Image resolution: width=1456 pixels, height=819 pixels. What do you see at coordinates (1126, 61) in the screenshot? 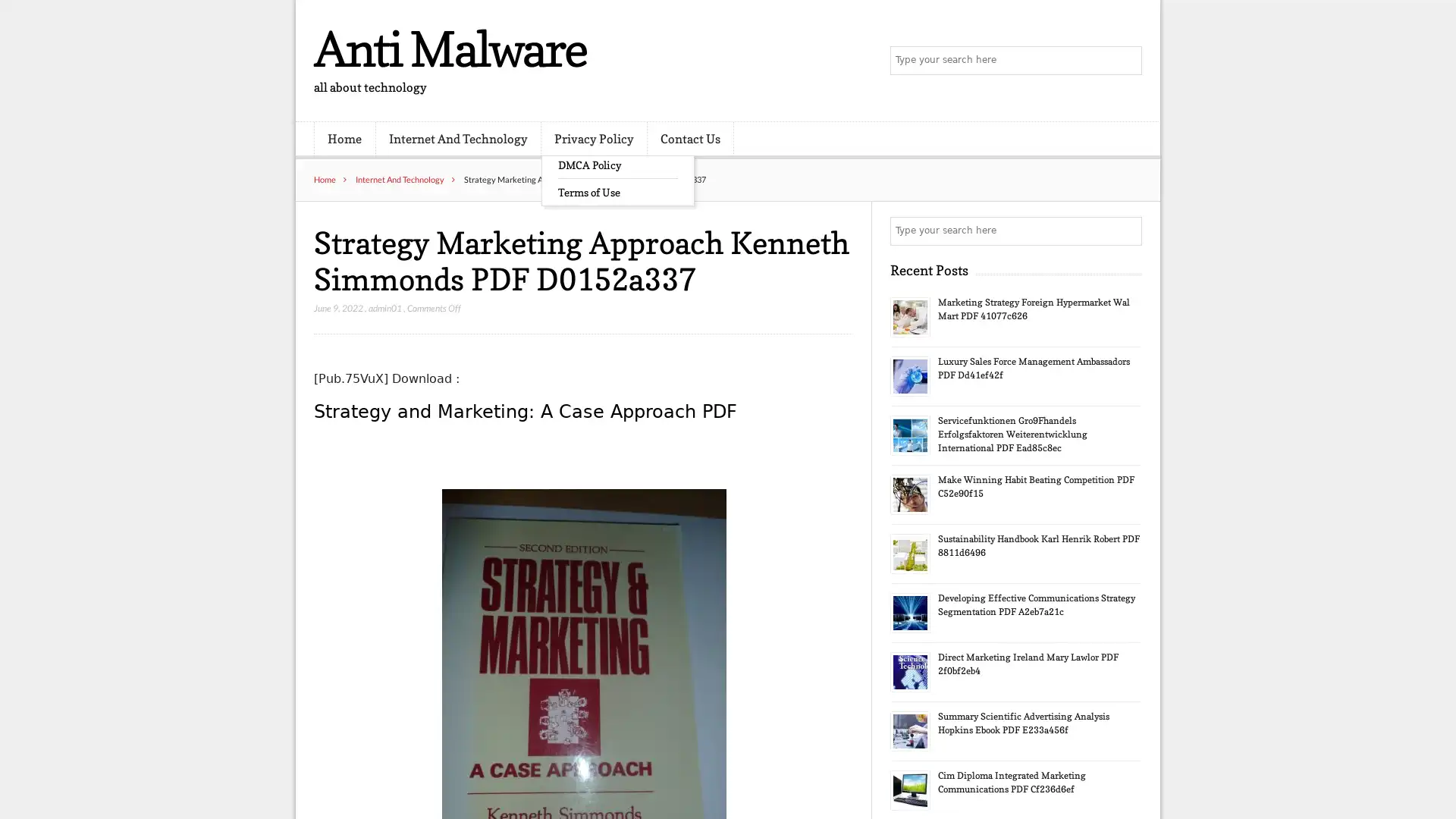
I see `Search` at bounding box center [1126, 61].